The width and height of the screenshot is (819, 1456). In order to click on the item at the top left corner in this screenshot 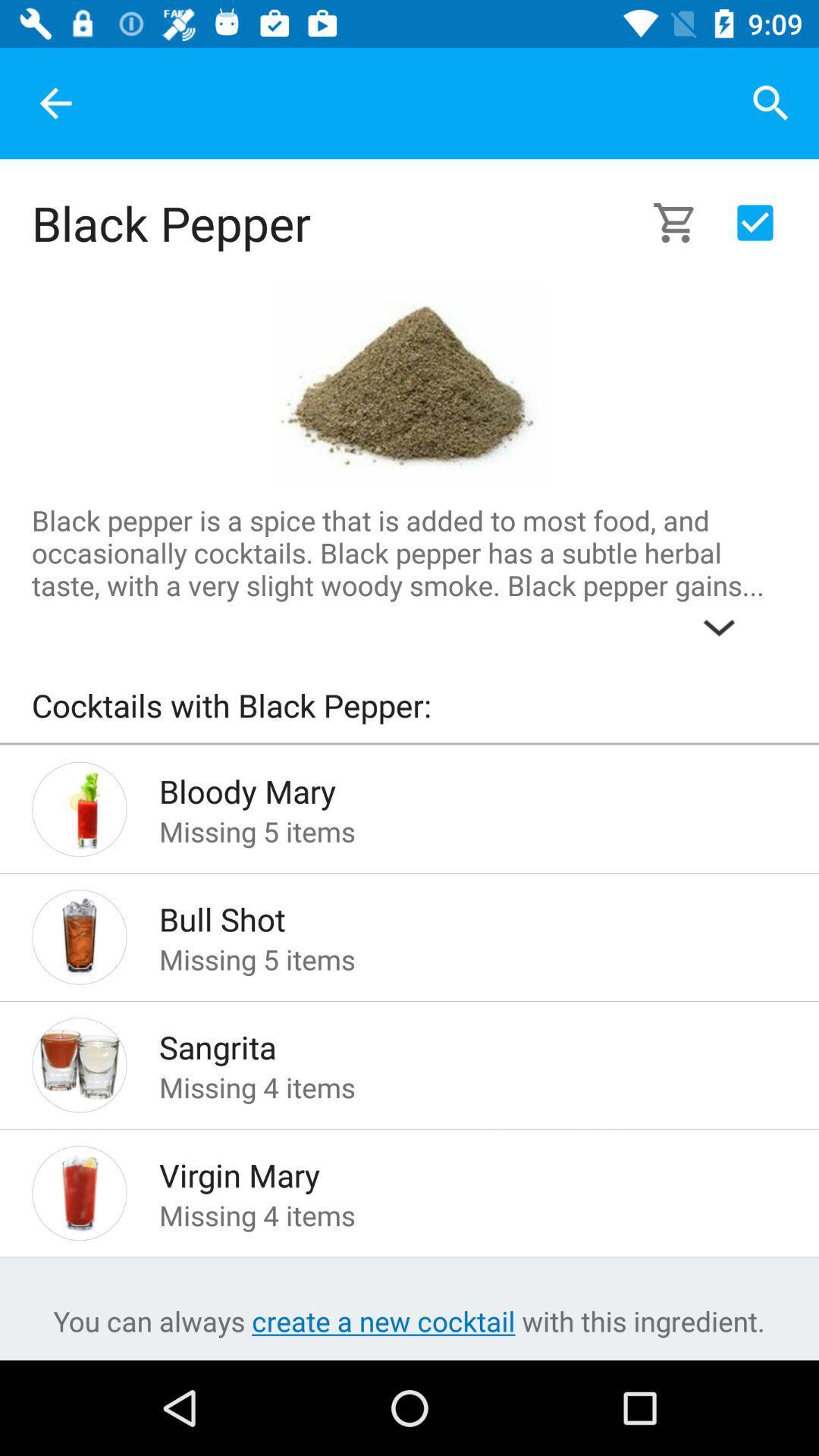, I will do `click(55, 102)`.